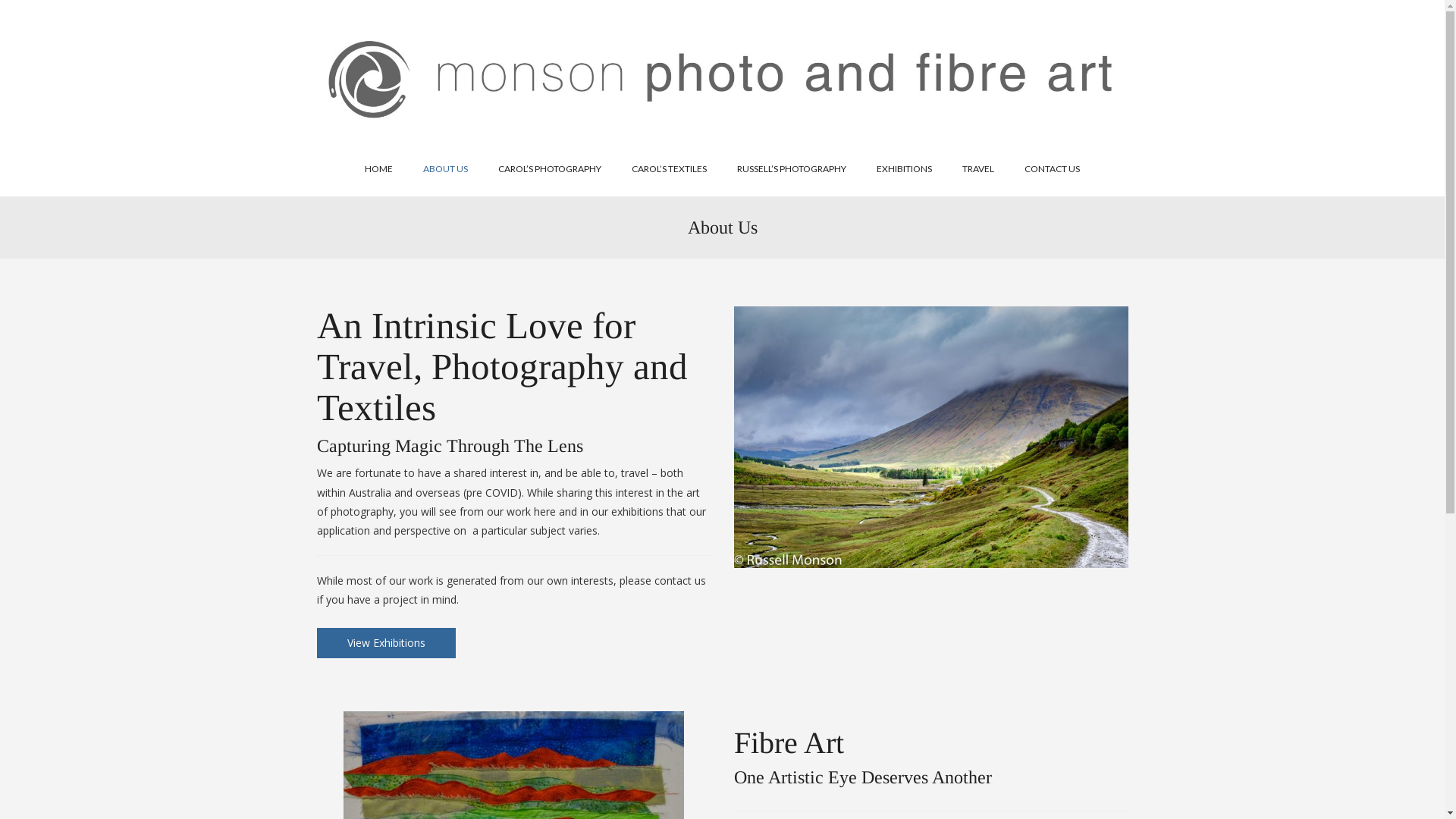 The height and width of the screenshot is (819, 1456). What do you see at coordinates (378, 169) in the screenshot?
I see `'HOME'` at bounding box center [378, 169].